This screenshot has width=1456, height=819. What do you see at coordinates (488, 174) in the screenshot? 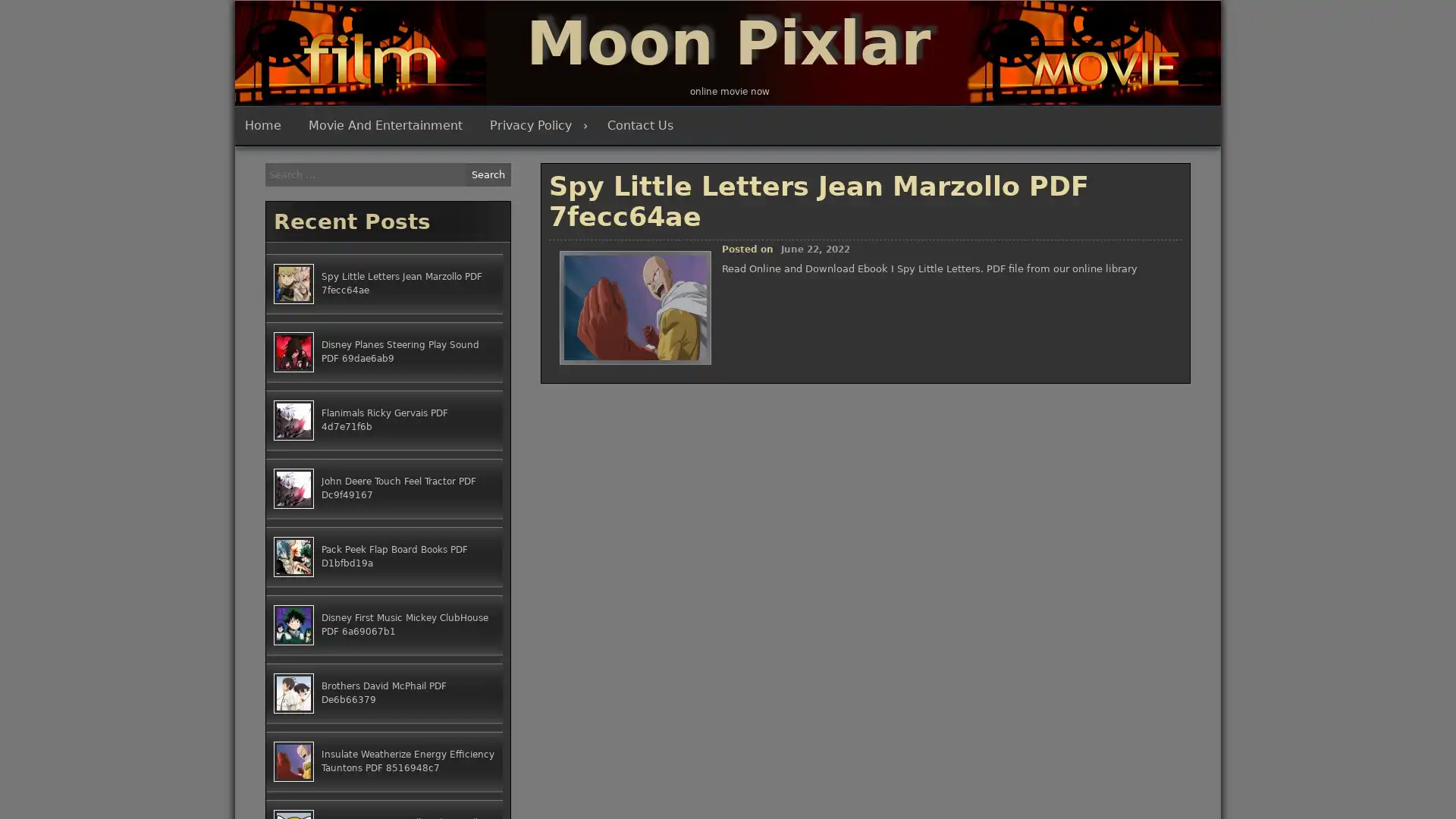
I see `Search` at bounding box center [488, 174].